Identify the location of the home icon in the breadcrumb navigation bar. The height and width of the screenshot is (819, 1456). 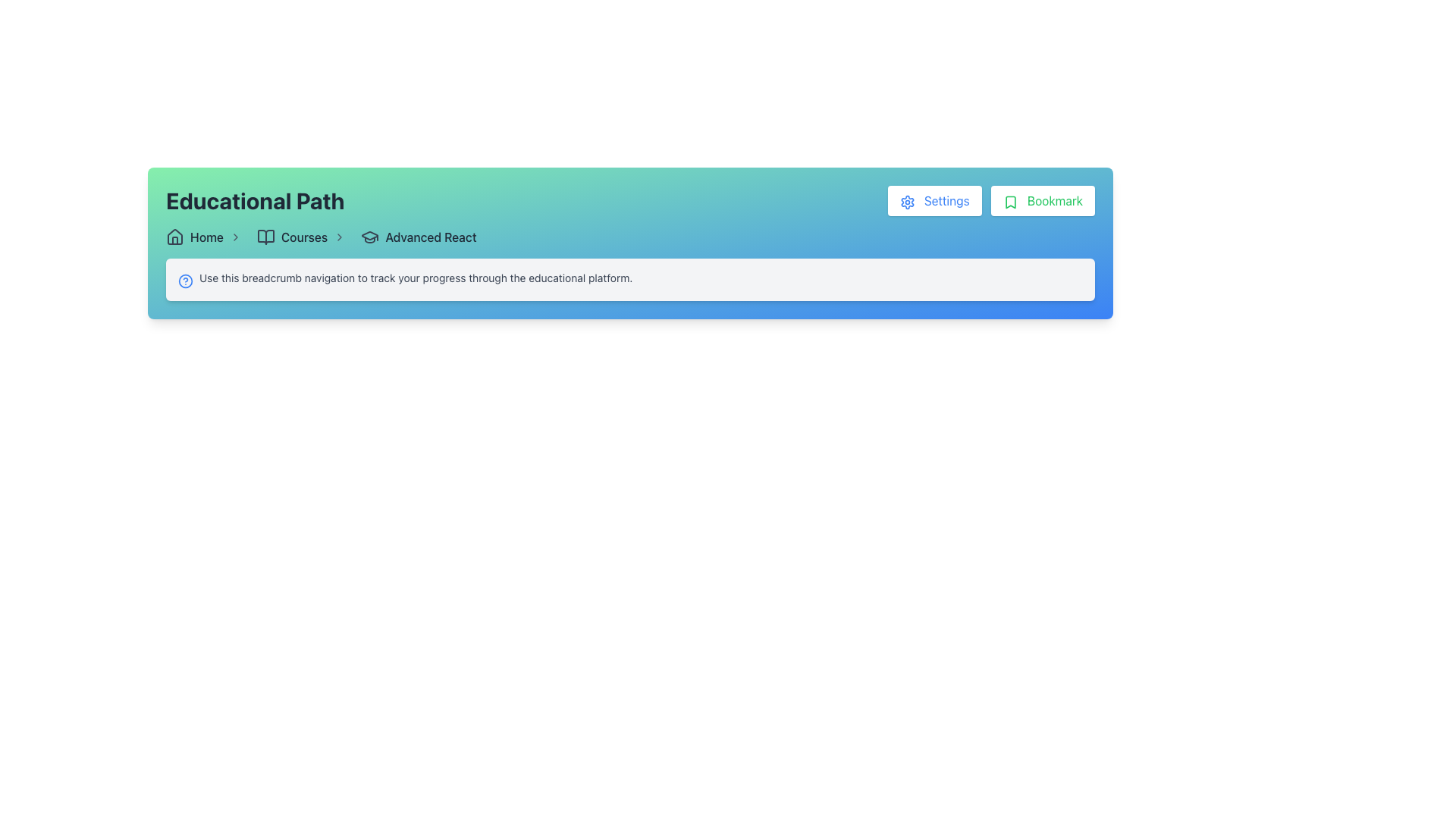
(174, 237).